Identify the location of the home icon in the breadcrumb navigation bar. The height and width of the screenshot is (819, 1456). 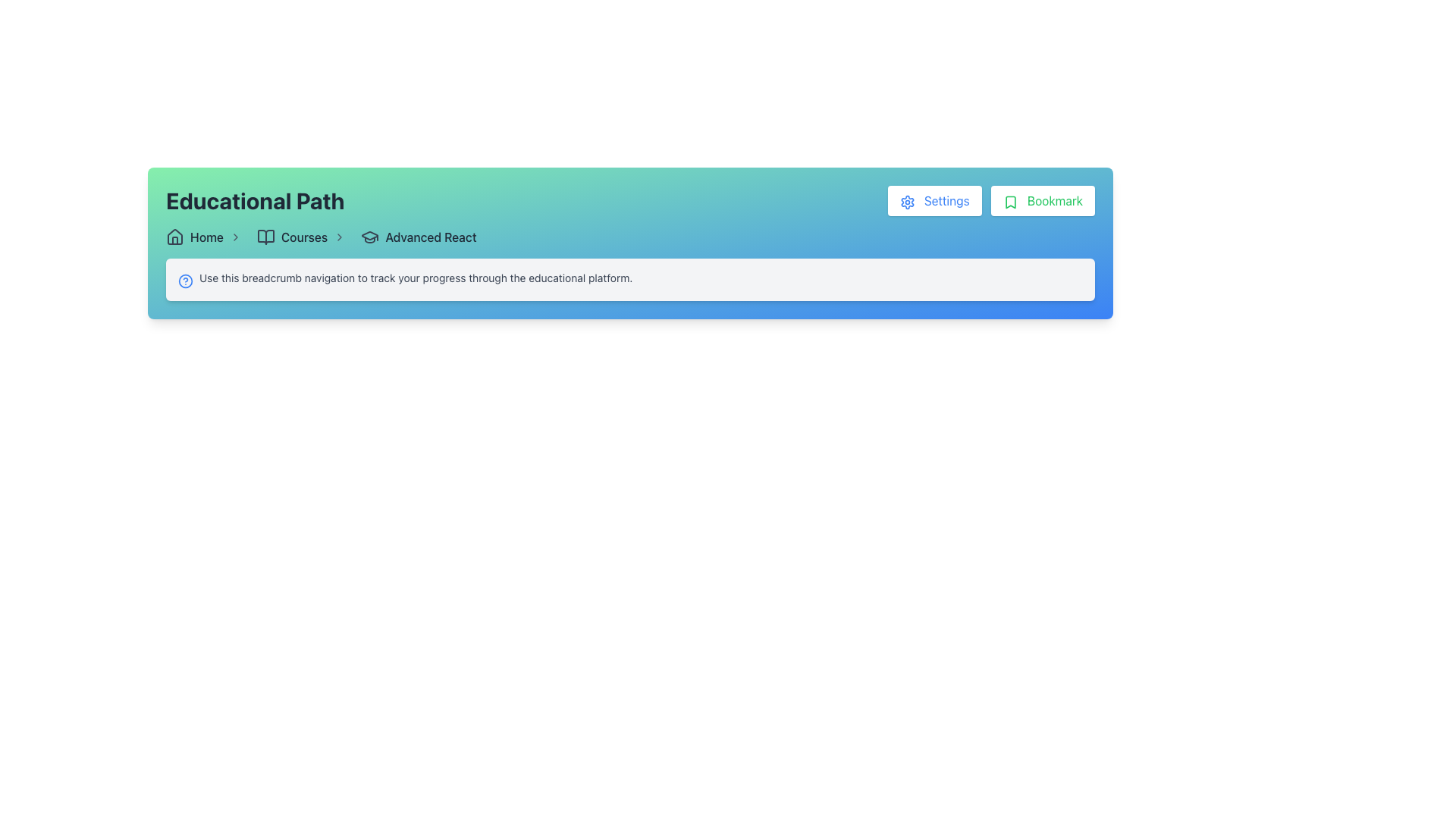
(174, 237).